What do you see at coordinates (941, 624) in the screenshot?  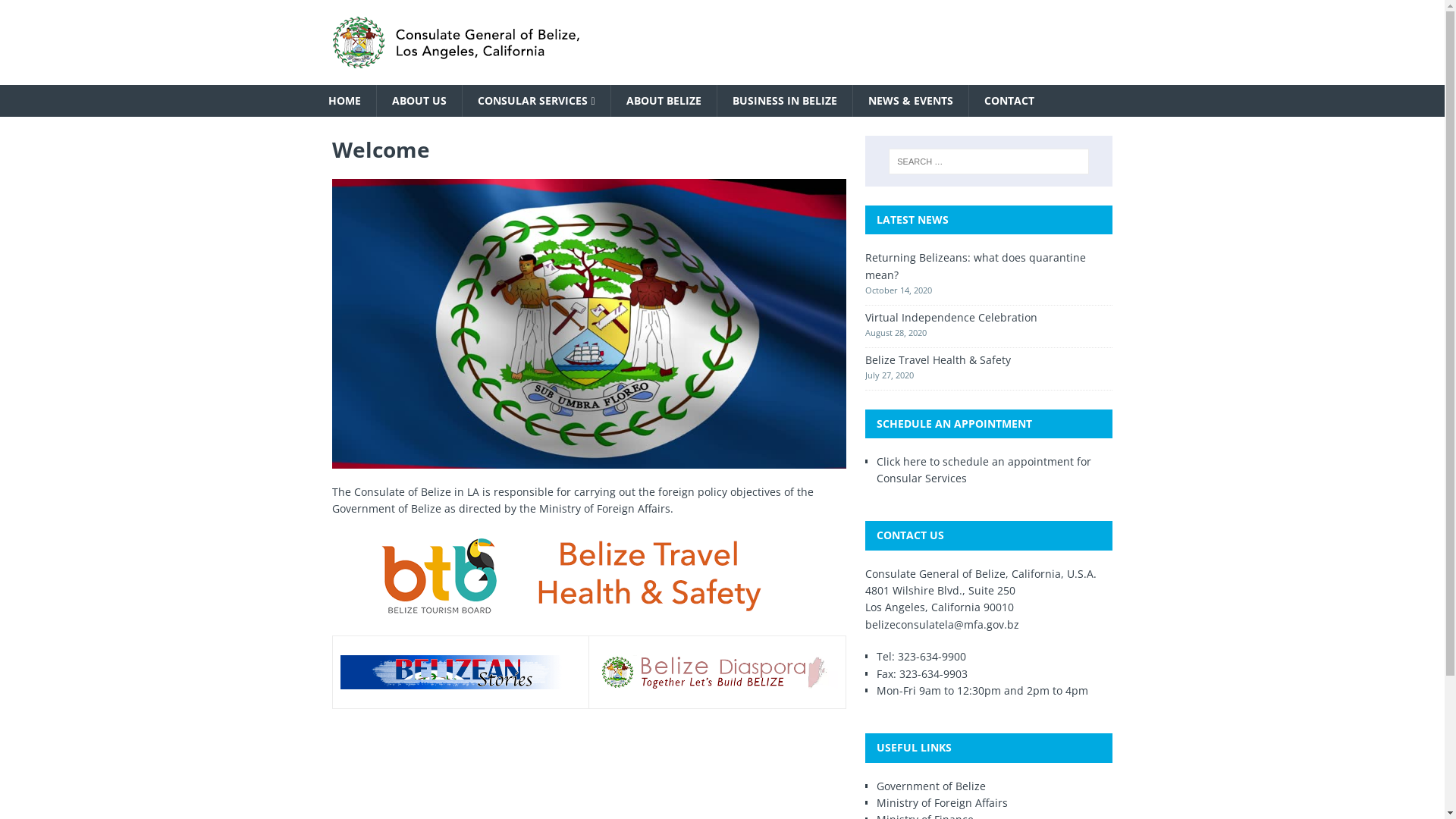 I see `'belizeconsulatela@mfa.gov.bz'` at bounding box center [941, 624].